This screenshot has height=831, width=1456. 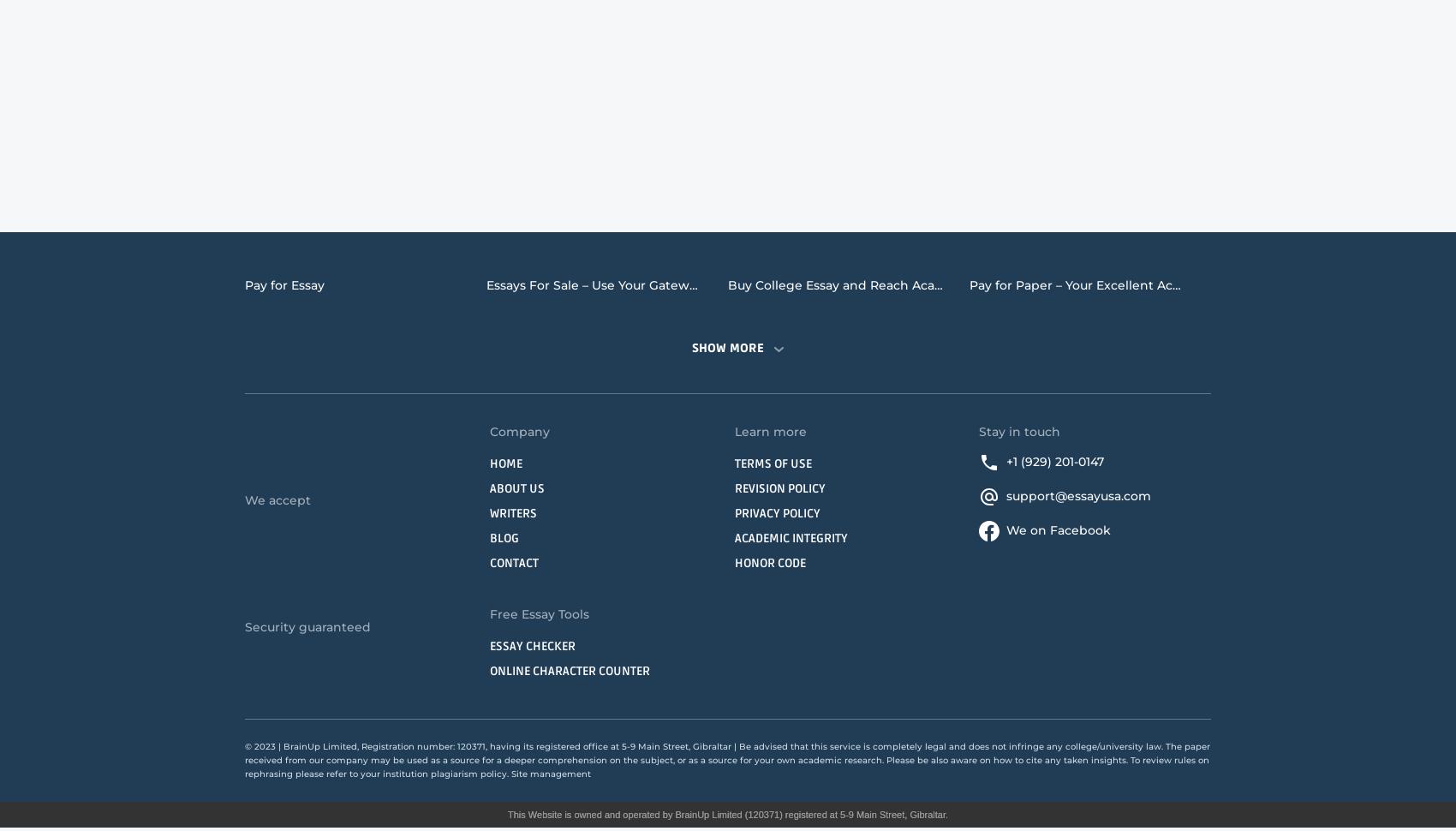 What do you see at coordinates (531, 644) in the screenshot?
I see `'Essay Checker'` at bounding box center [531, 644].